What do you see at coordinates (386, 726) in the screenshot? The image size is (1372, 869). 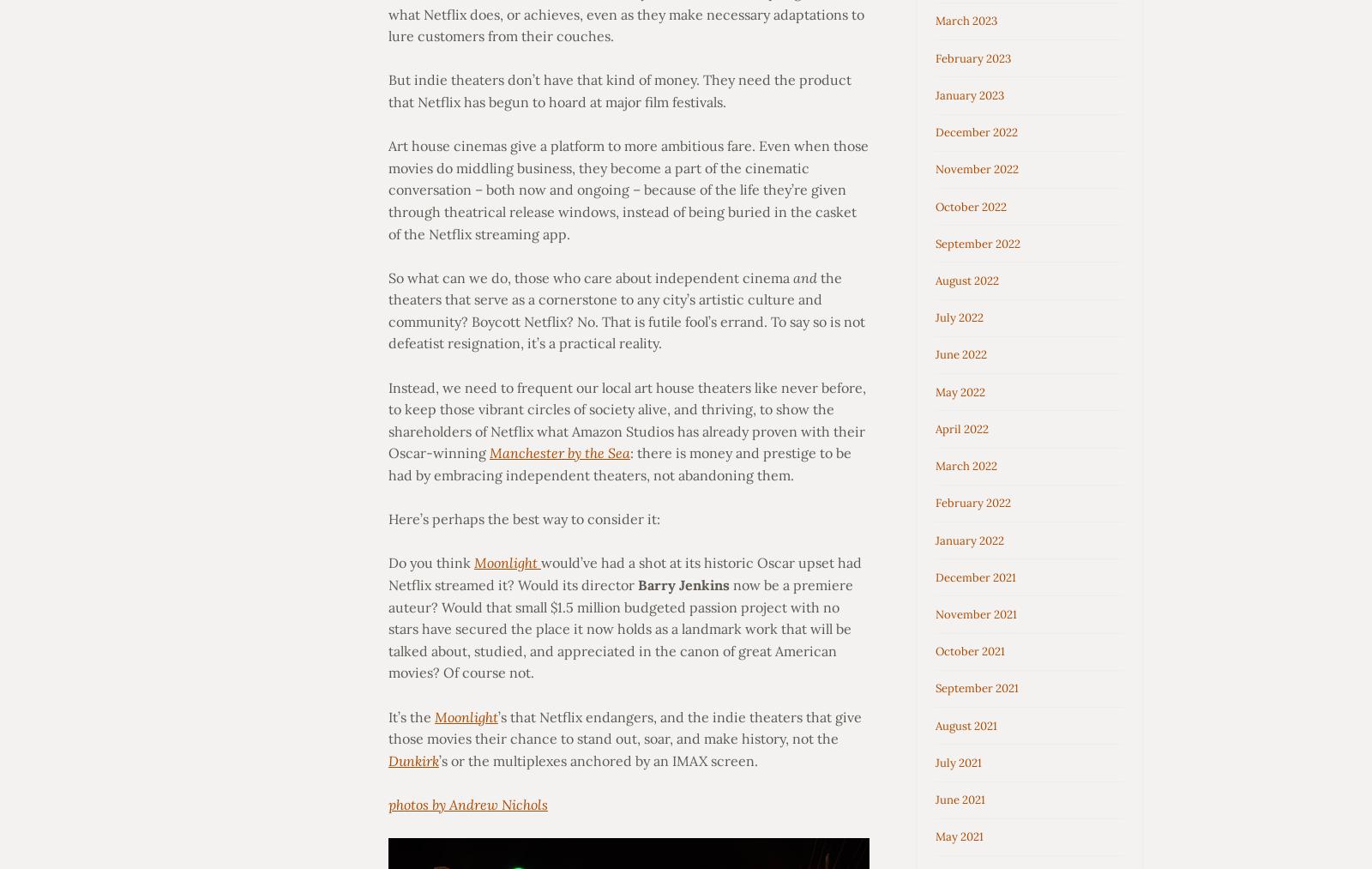 I see `'’s that Netflix endangers, and the indie theaters that give those movies their chance to stand out, soar, and make history, not the'` at bounding box center [386, 726].